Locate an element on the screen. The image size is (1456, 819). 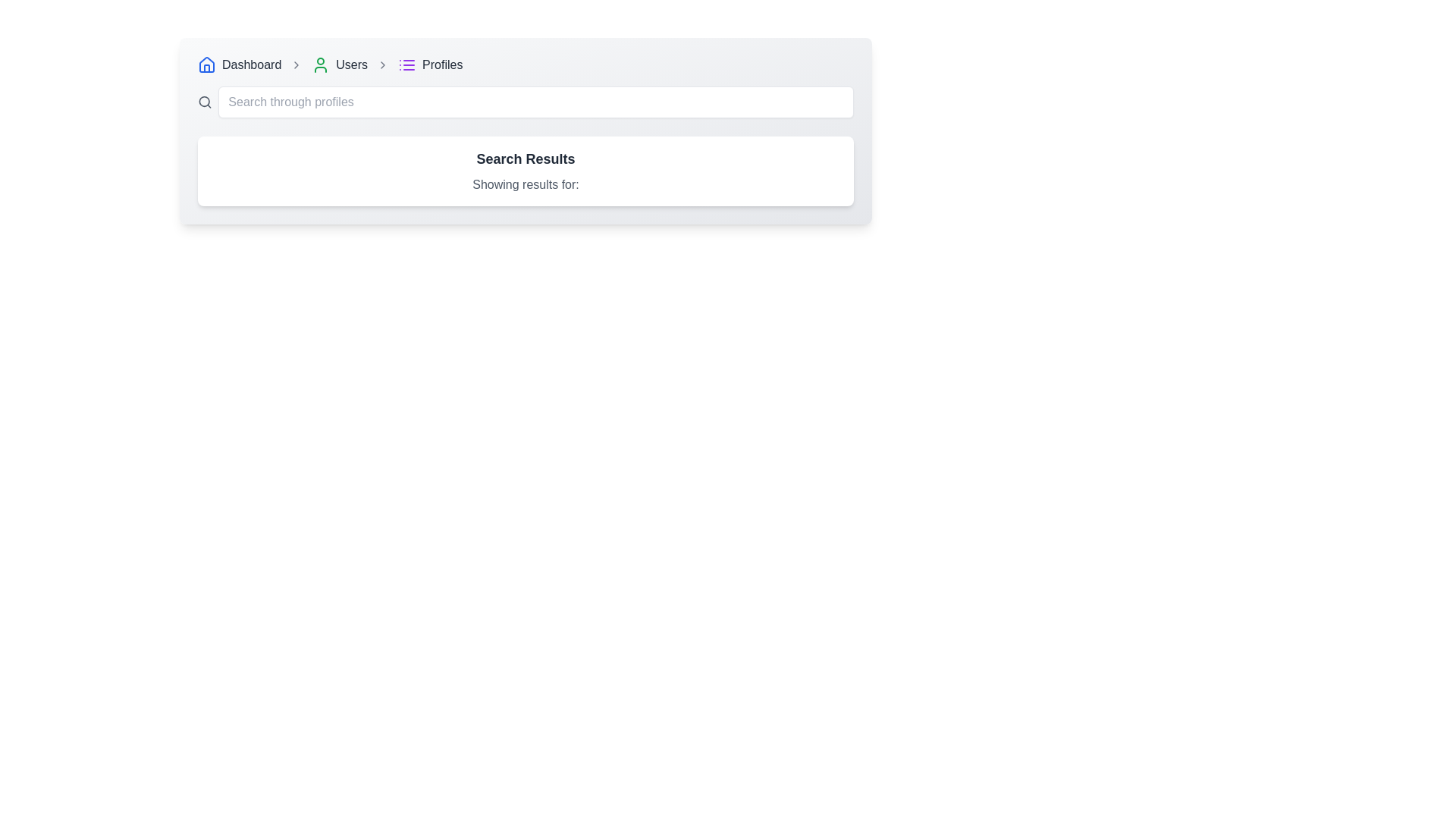
the search icon, which is positioned to the left of the search bar and serves as a visual cue for initiating a search is located at coordinates (204, 102).